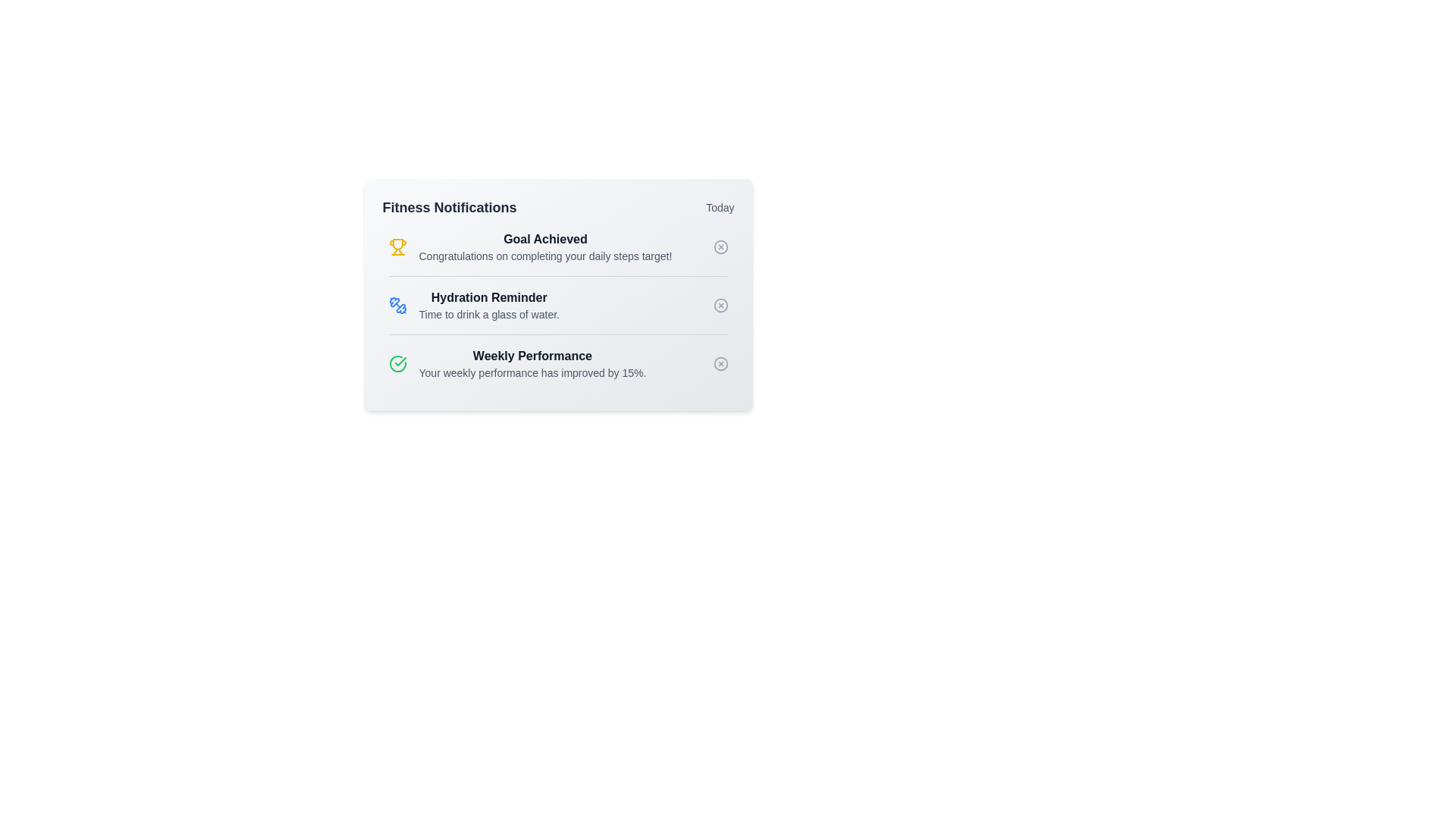 The image size is (1456, 819). Describe the element at coordinates (545, 246) in the screenshot. I see `the 'Goal Achieved' text display, which features a bold title in black font and a descriptive text in gray font, located in the upper section of the 'Fitness Notifications' panel` at that location.